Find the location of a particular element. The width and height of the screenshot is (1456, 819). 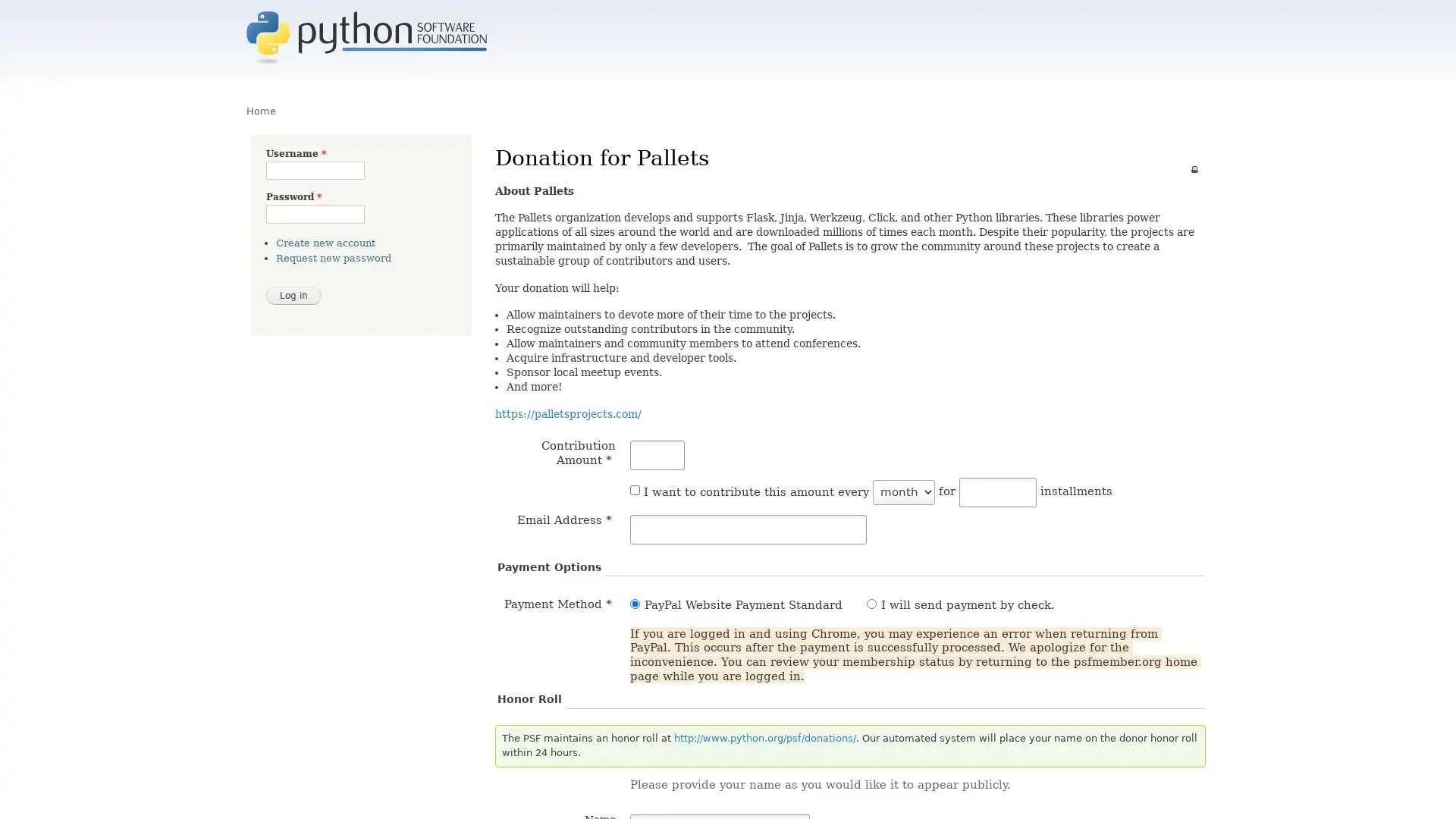

Log in is located at coordinates (293, 295).